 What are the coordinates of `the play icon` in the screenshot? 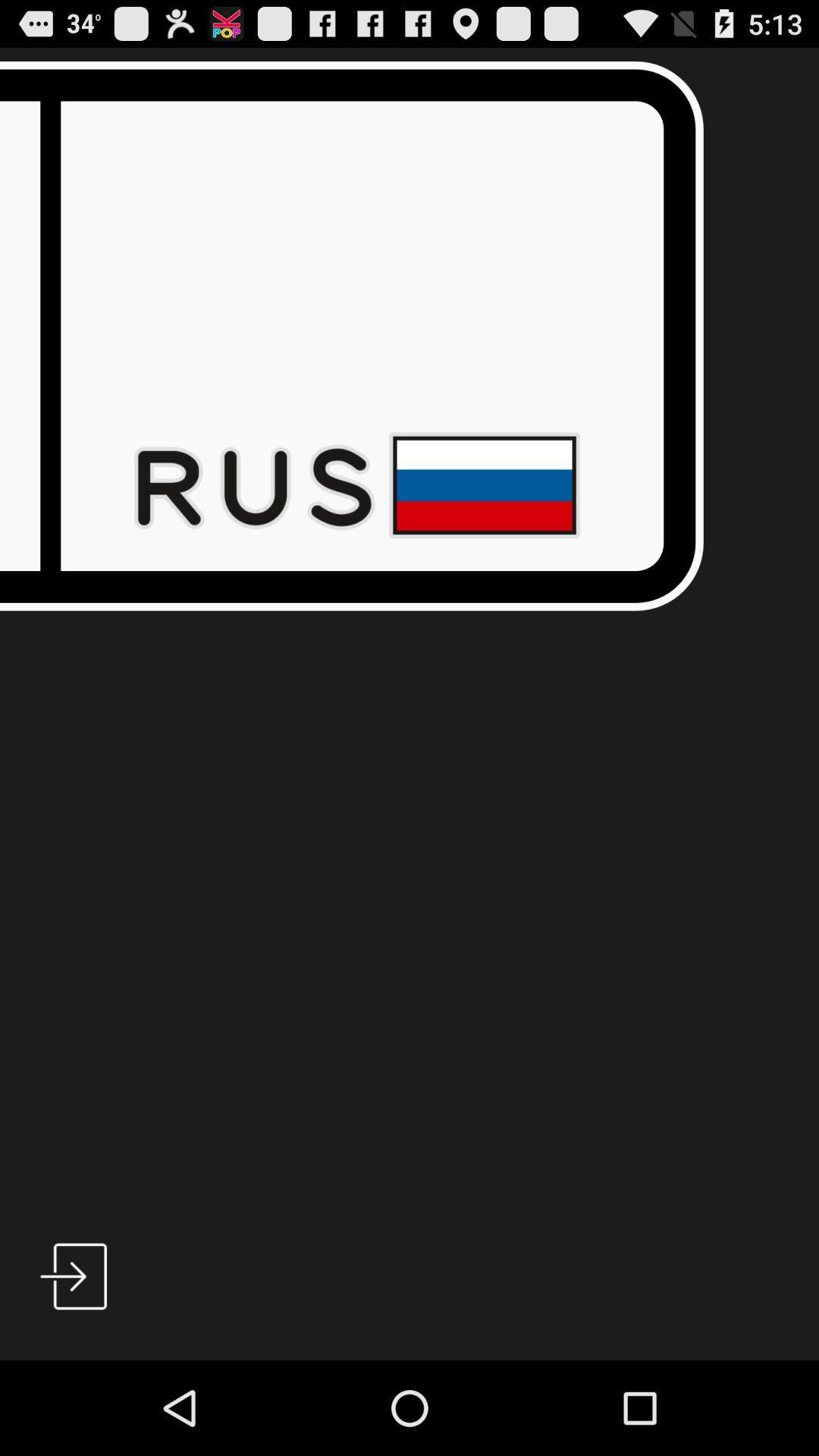 It's located at (74, 1366).